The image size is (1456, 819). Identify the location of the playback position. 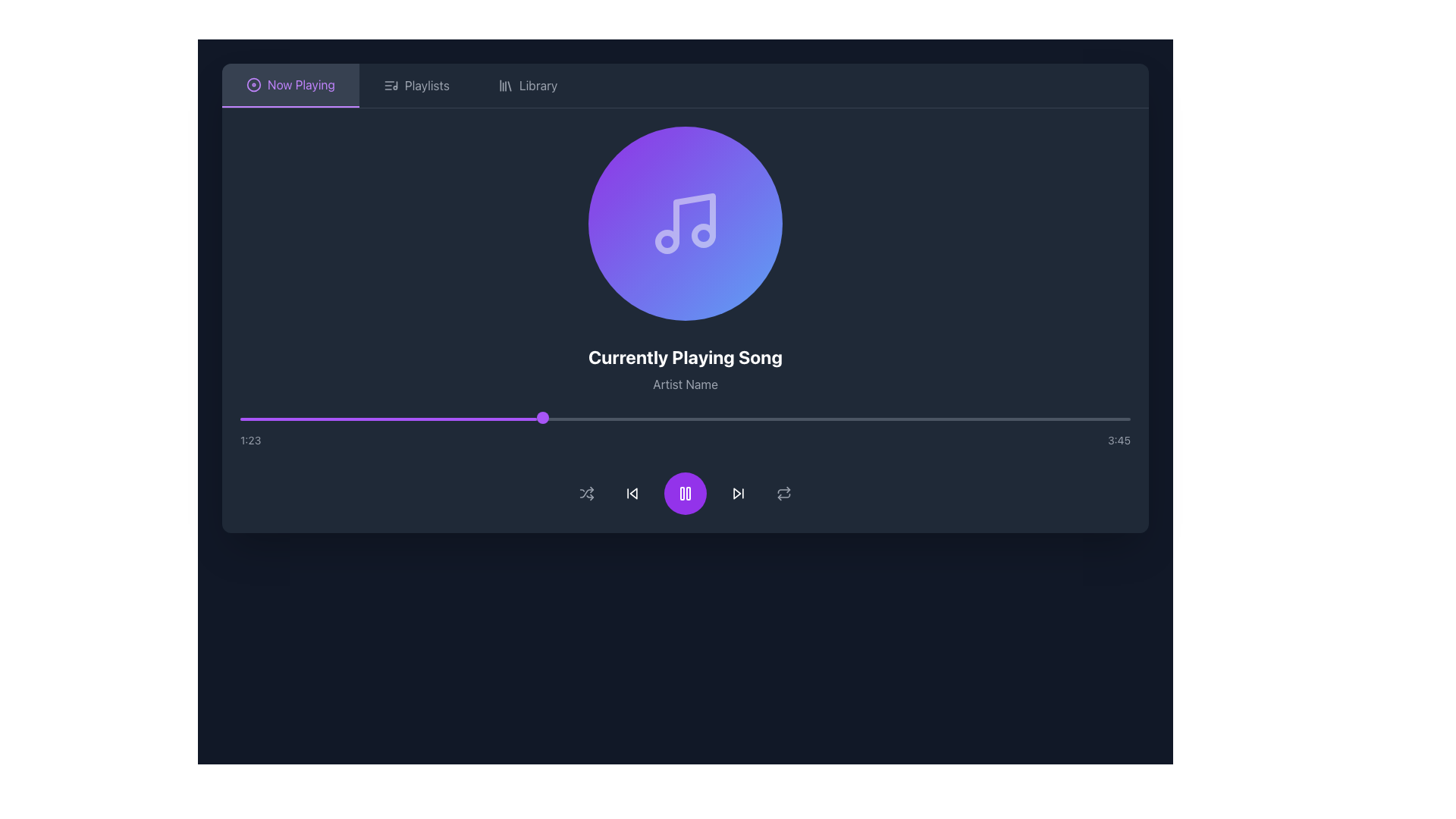
(489, 419).